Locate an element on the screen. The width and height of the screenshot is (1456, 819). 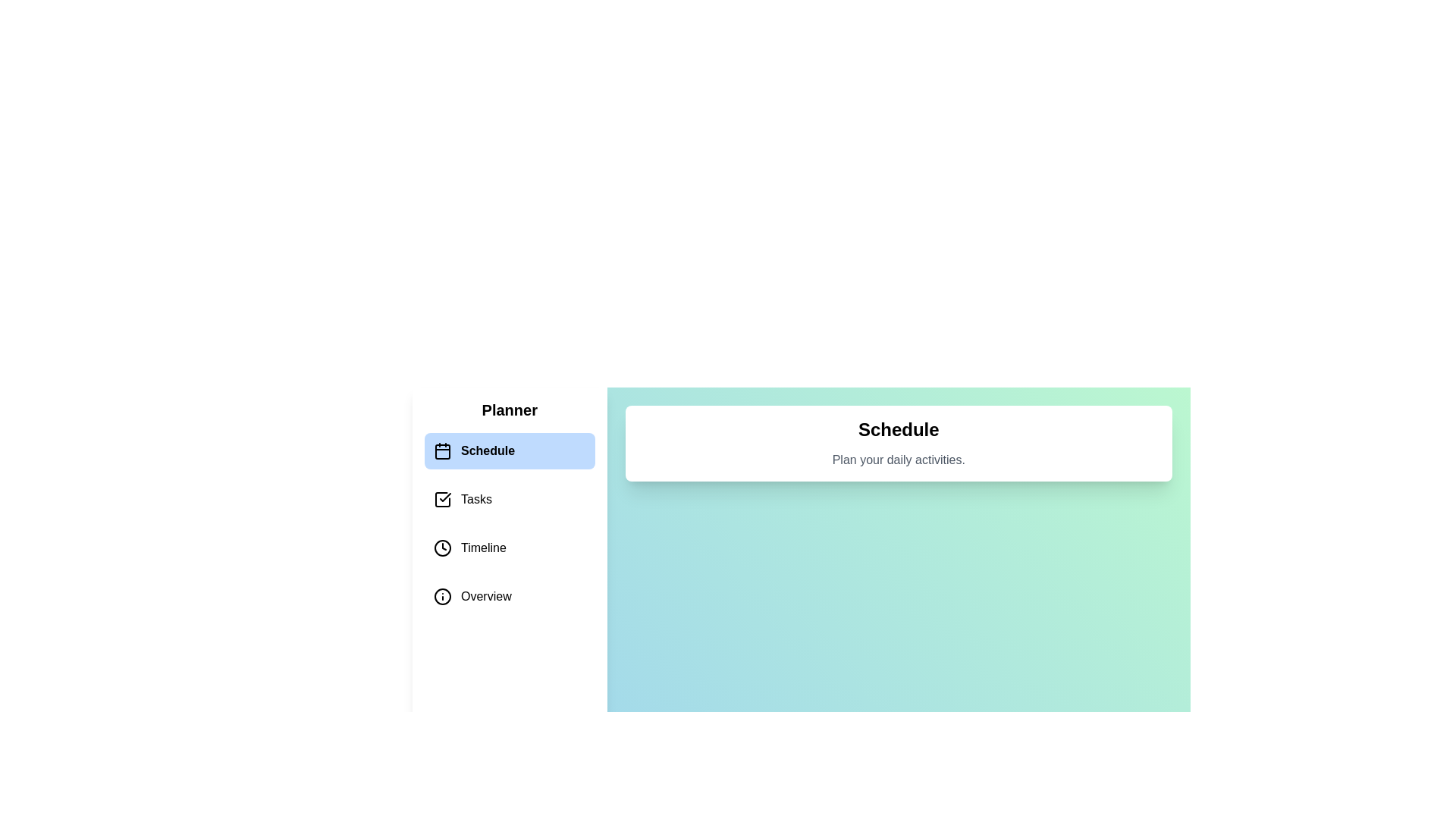
the tab labeled Schedule is located at coordinates (510, 450).